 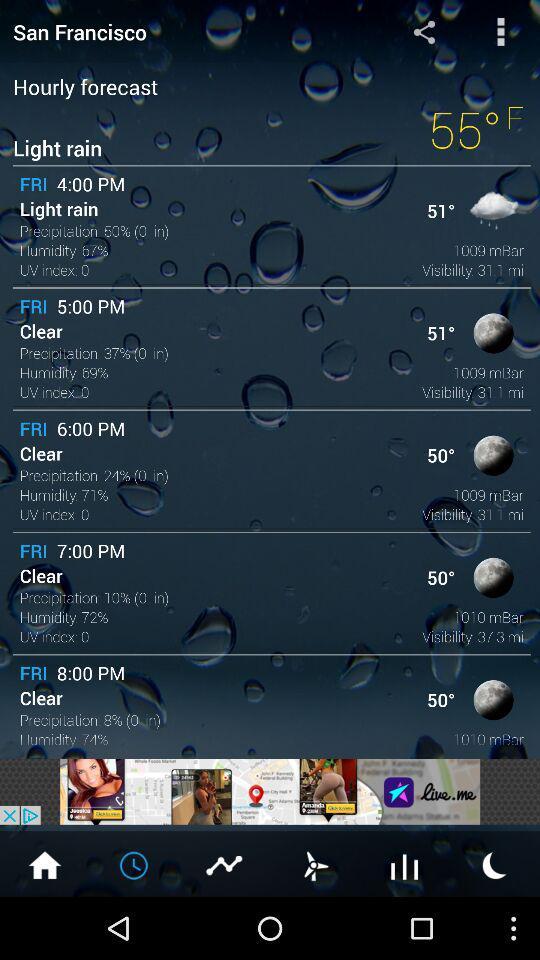 What do you see at coordinates (270, 791) in the screenshot?
I see `new advertisements` at bounding box center [270, 791].